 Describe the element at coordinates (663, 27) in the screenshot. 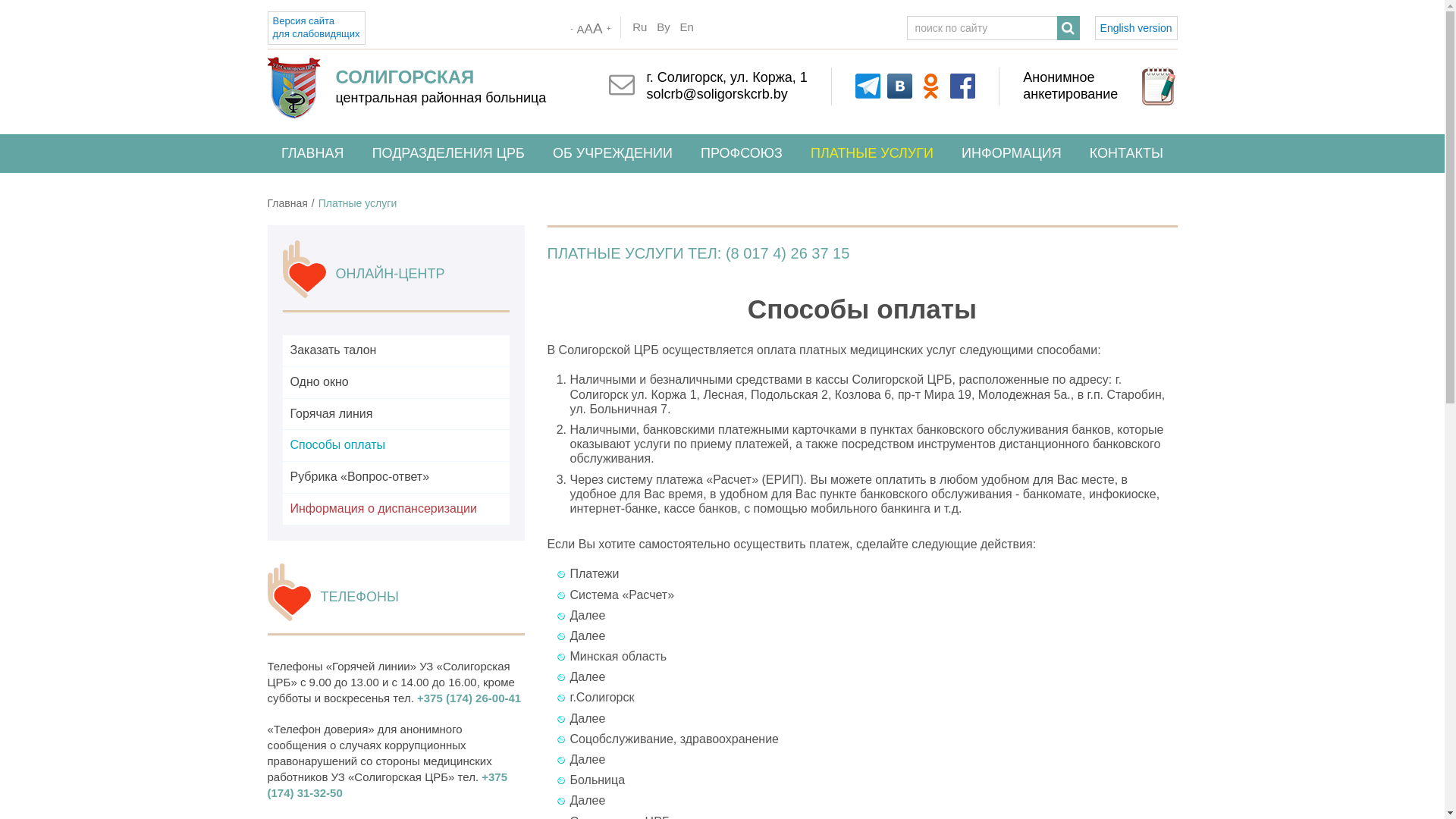

I see `'By'` at that location.